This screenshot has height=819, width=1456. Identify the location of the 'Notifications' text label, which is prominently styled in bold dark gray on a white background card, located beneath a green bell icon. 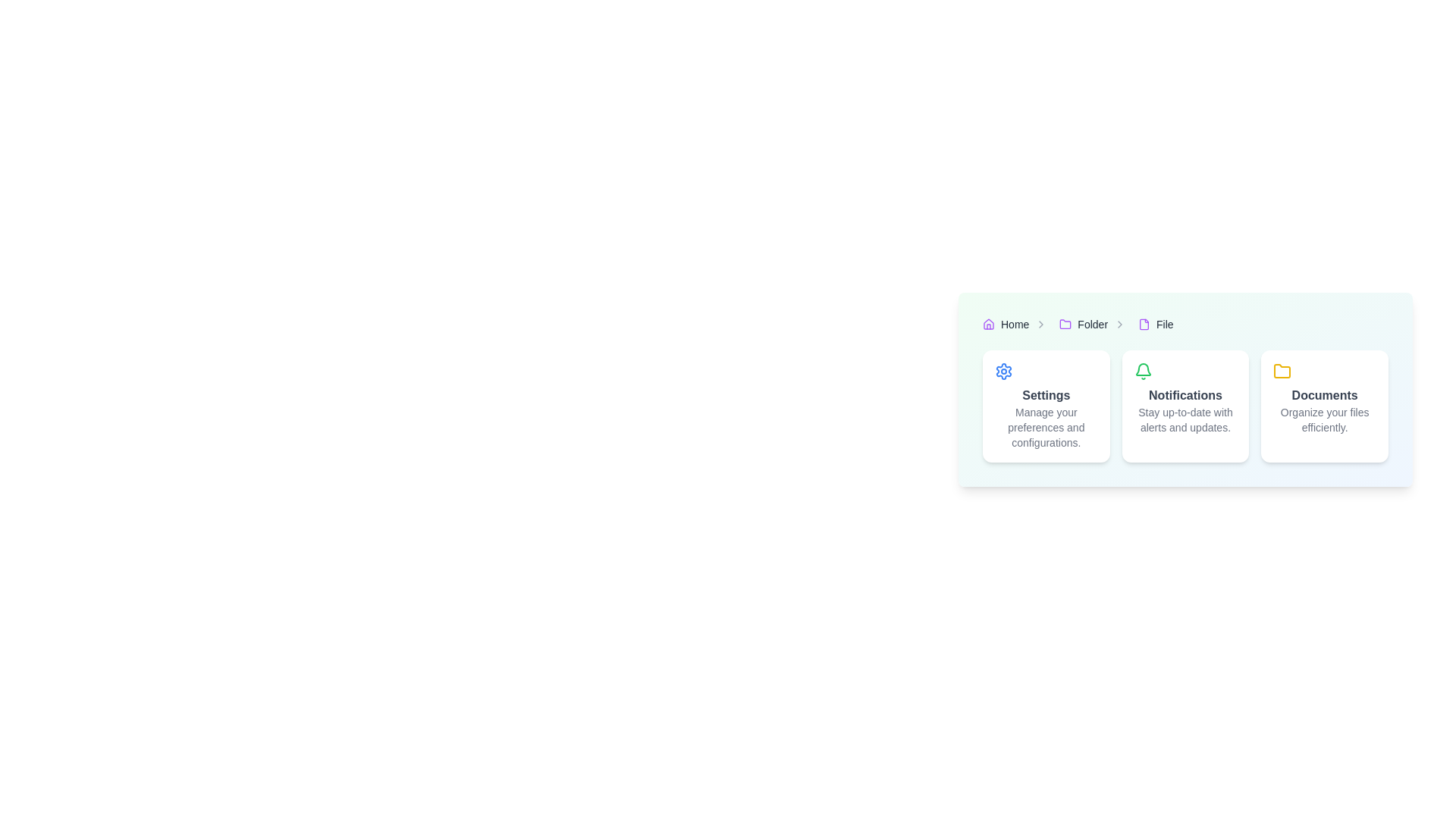
(1185, 394).